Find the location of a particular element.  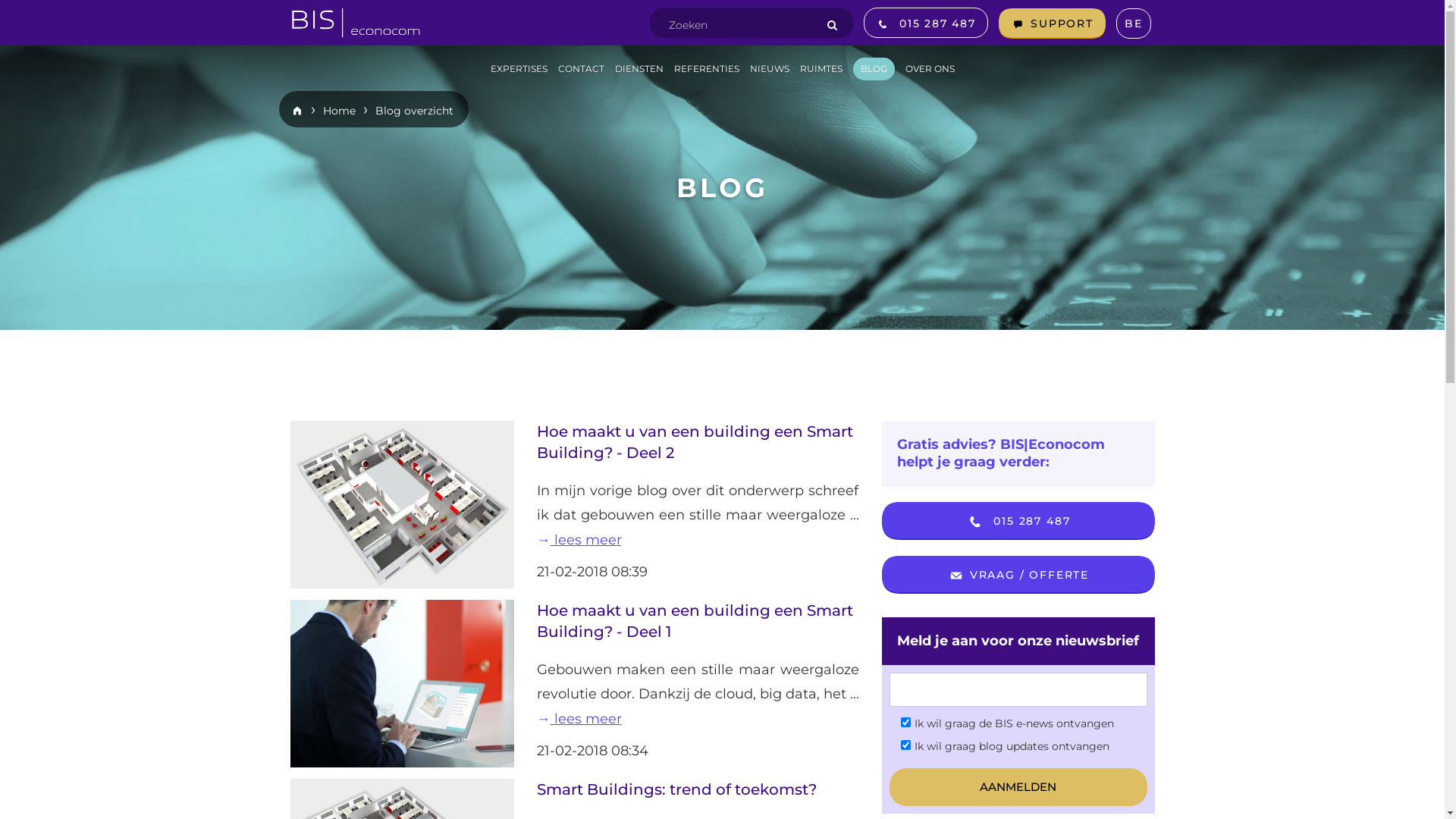

'BIS homepage' is located at coordinates (355, 17).